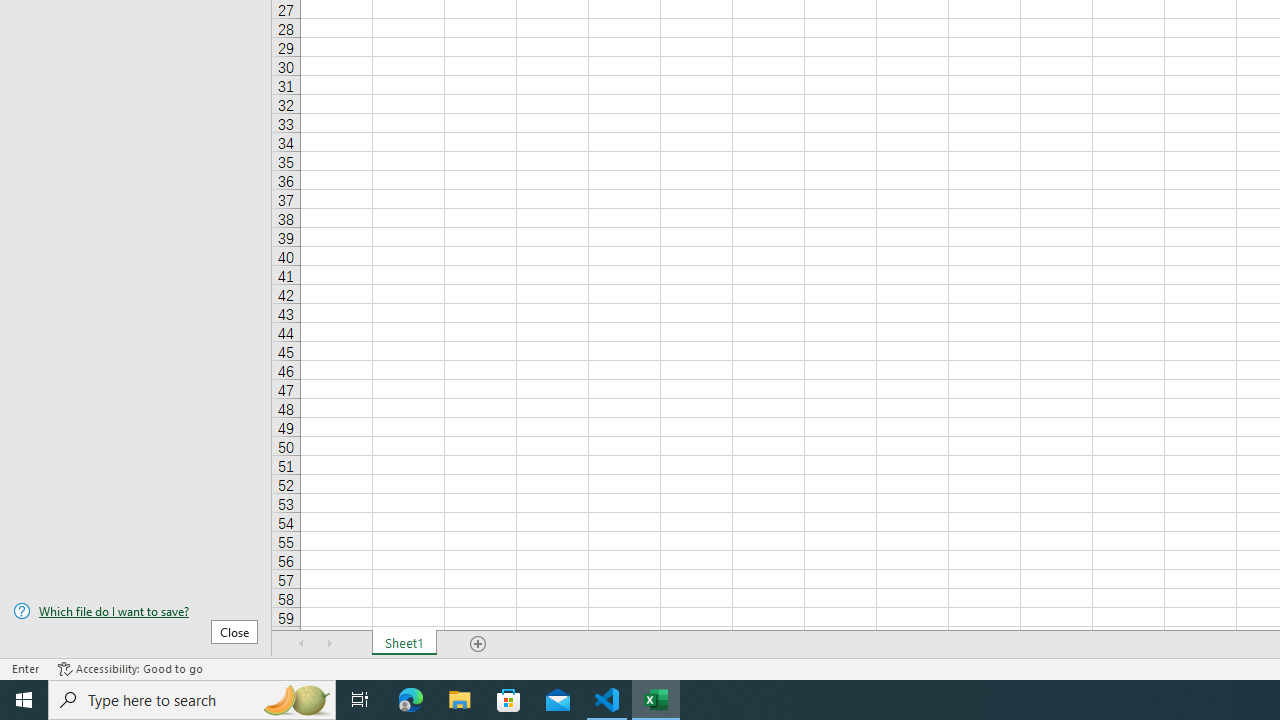  I want to click on 'Add Sheet', so click(477, 644).